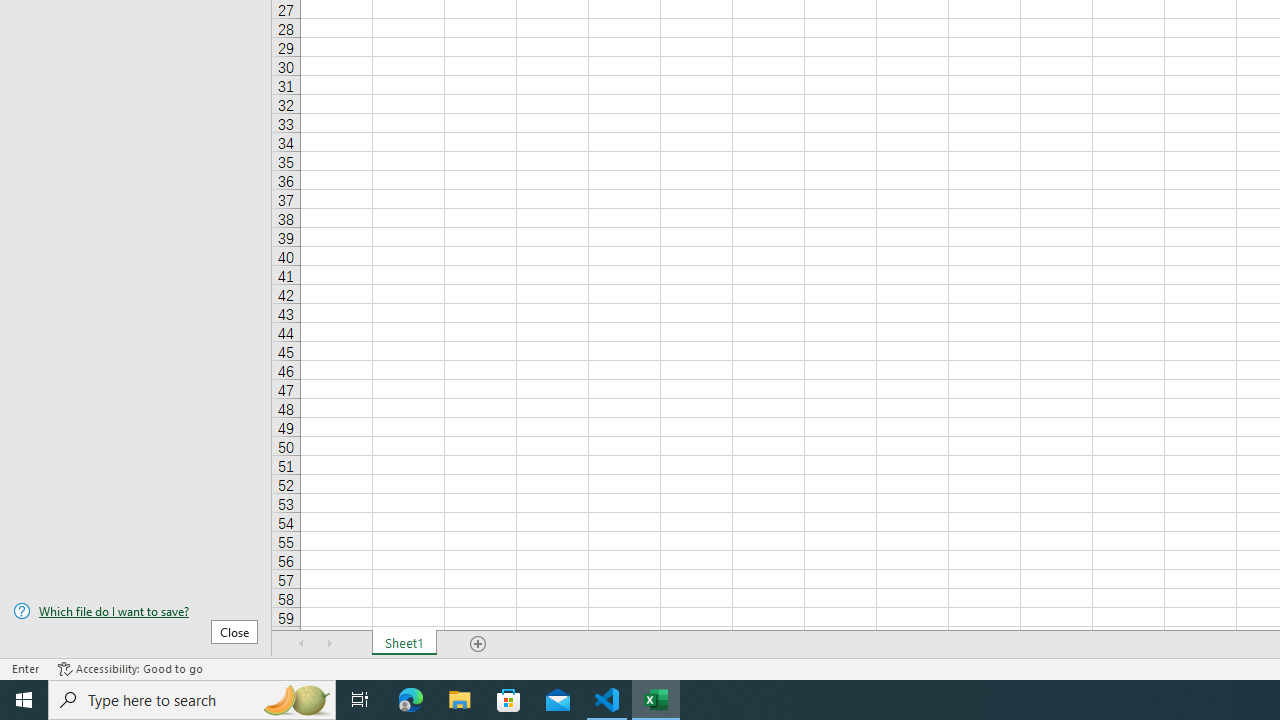  I want to click on 'Add Sheet', so click(477, 644).